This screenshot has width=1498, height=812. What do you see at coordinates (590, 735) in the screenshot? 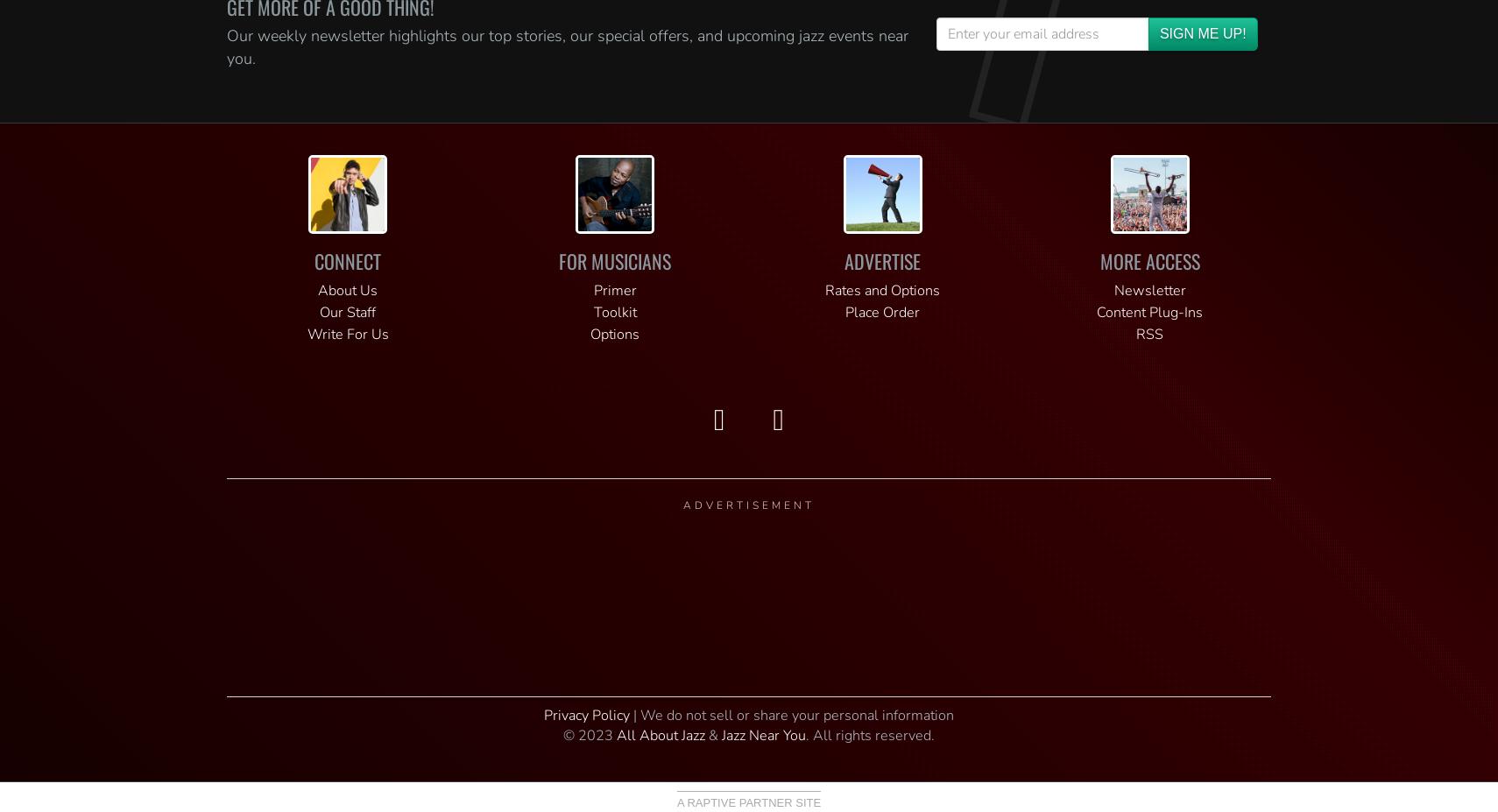
I see `'© 2023'` at bounding box center [590, 735].